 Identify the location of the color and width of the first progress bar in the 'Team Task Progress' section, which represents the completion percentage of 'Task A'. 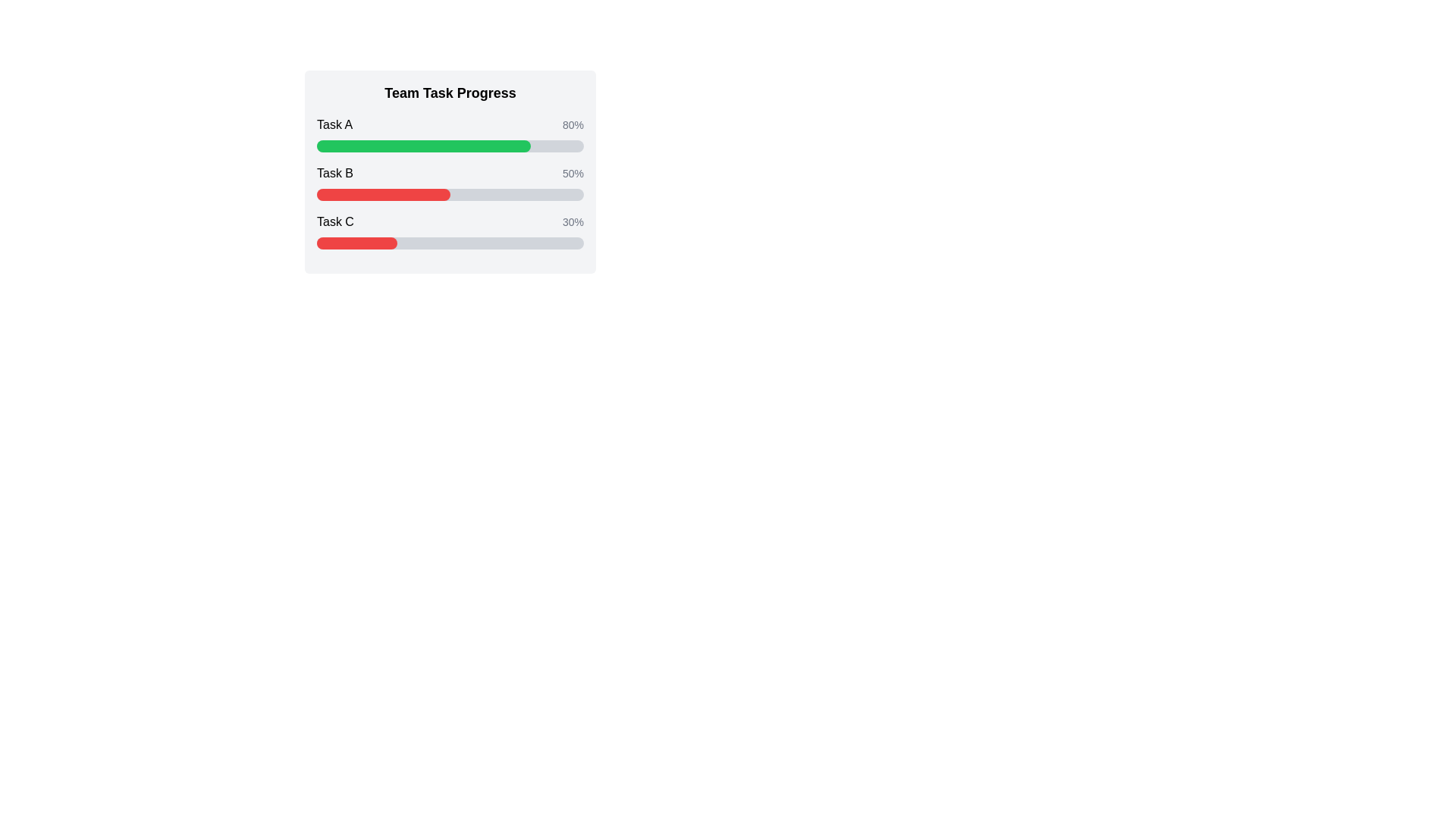
(450, 133).